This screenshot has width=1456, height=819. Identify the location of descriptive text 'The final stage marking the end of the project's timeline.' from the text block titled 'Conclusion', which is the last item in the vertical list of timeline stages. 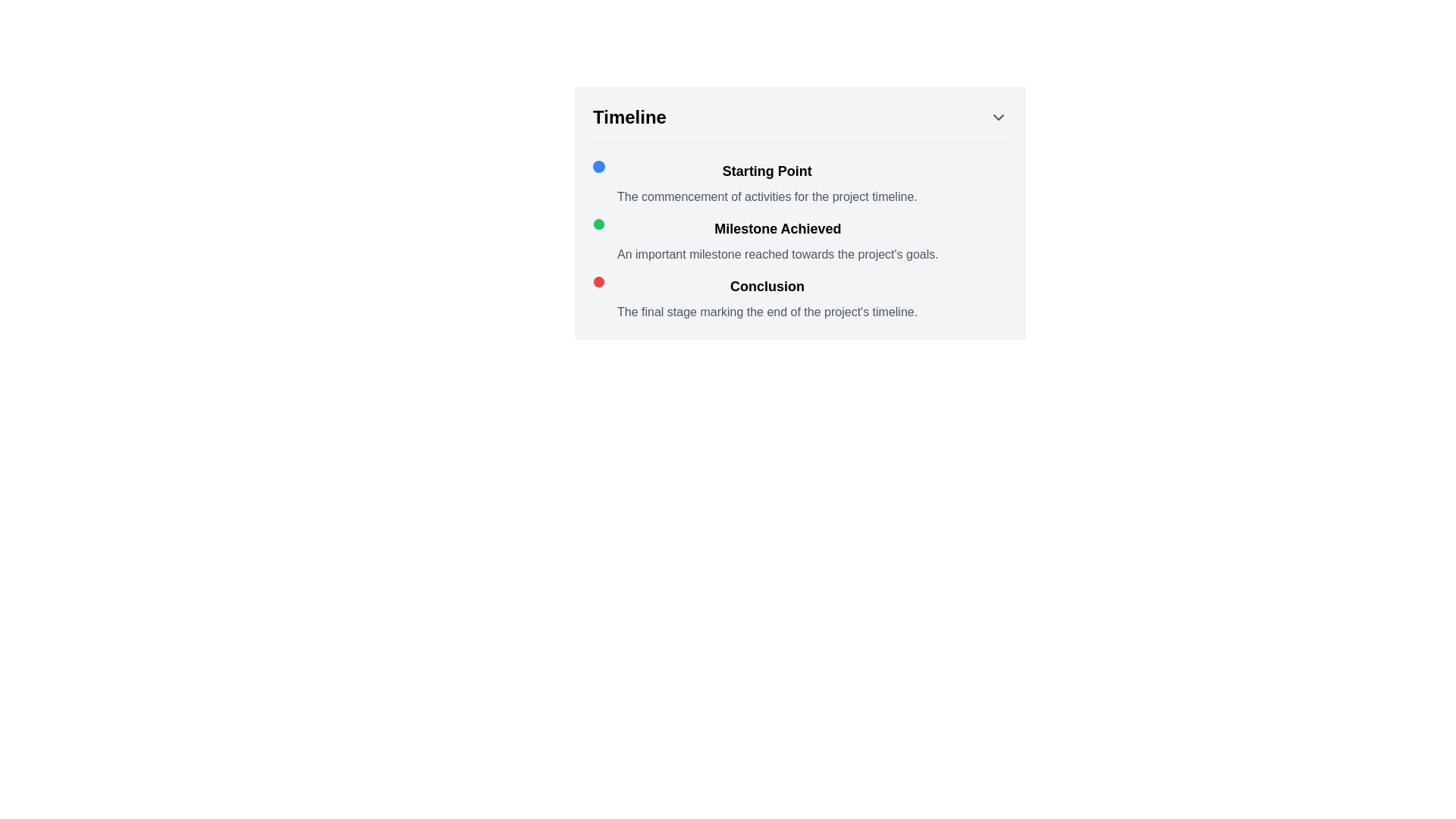
(799, 298).